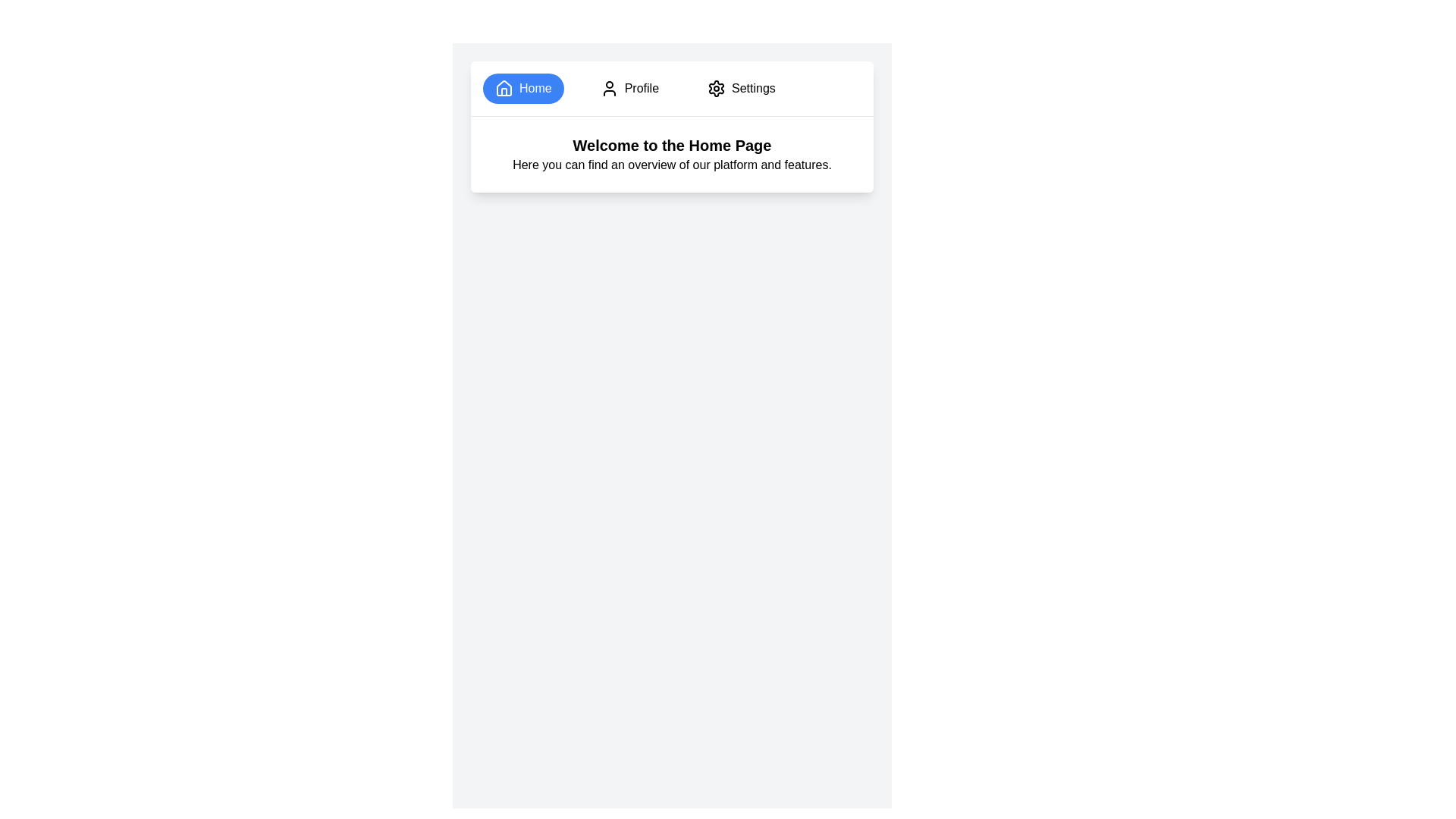 The height and width of the screenshot is (819, 1456). What do you see at coordinates (671, 146) in the screenshot?
I see `text of the header located at the upper portion of the page, directly below the navigation bar, serving as the title or welcoming message` at bounding box center [671, 146].